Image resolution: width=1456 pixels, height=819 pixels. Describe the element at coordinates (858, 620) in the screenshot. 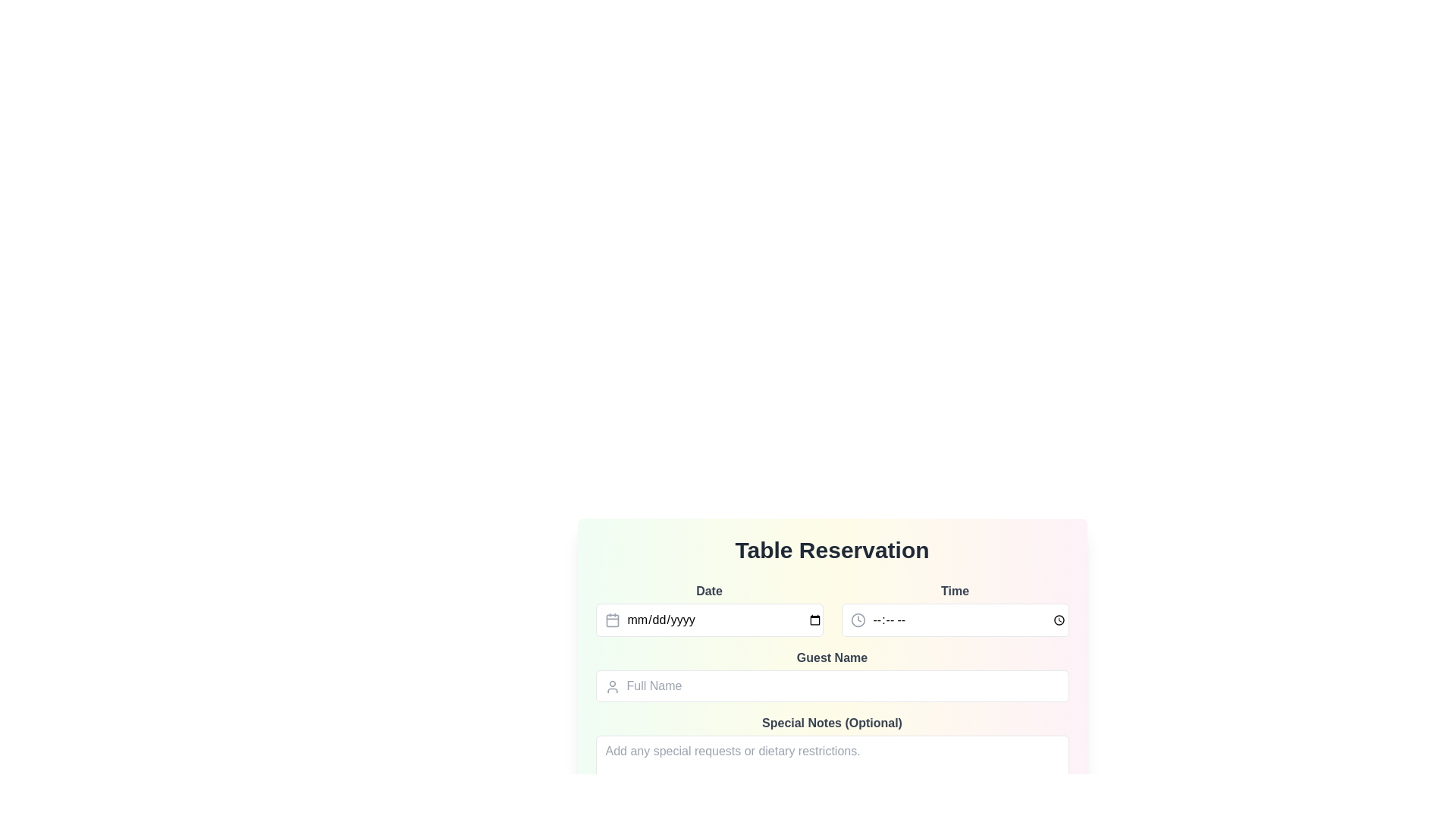

I see `the circular outline of the clock face icon located within the 'Time' input field of the 'Table Reservation' form, positioned to the left of the placeholder text '--:-- --'` at that location.